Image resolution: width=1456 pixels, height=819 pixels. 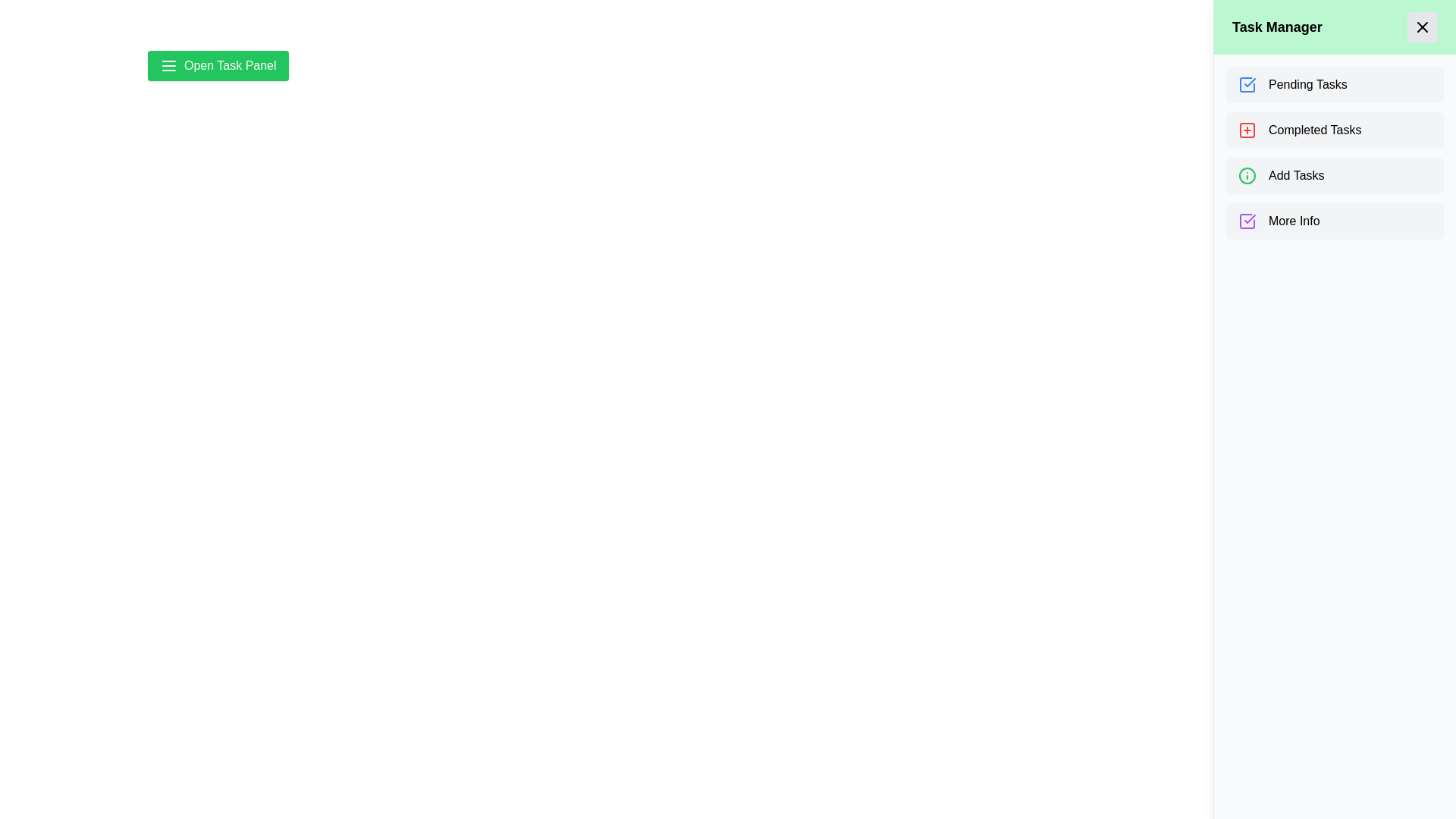 What do you see at coordinates (217, 65) in the screenshot?
I see `toggle button to close the task drawer` at bounding box center [217, 65].